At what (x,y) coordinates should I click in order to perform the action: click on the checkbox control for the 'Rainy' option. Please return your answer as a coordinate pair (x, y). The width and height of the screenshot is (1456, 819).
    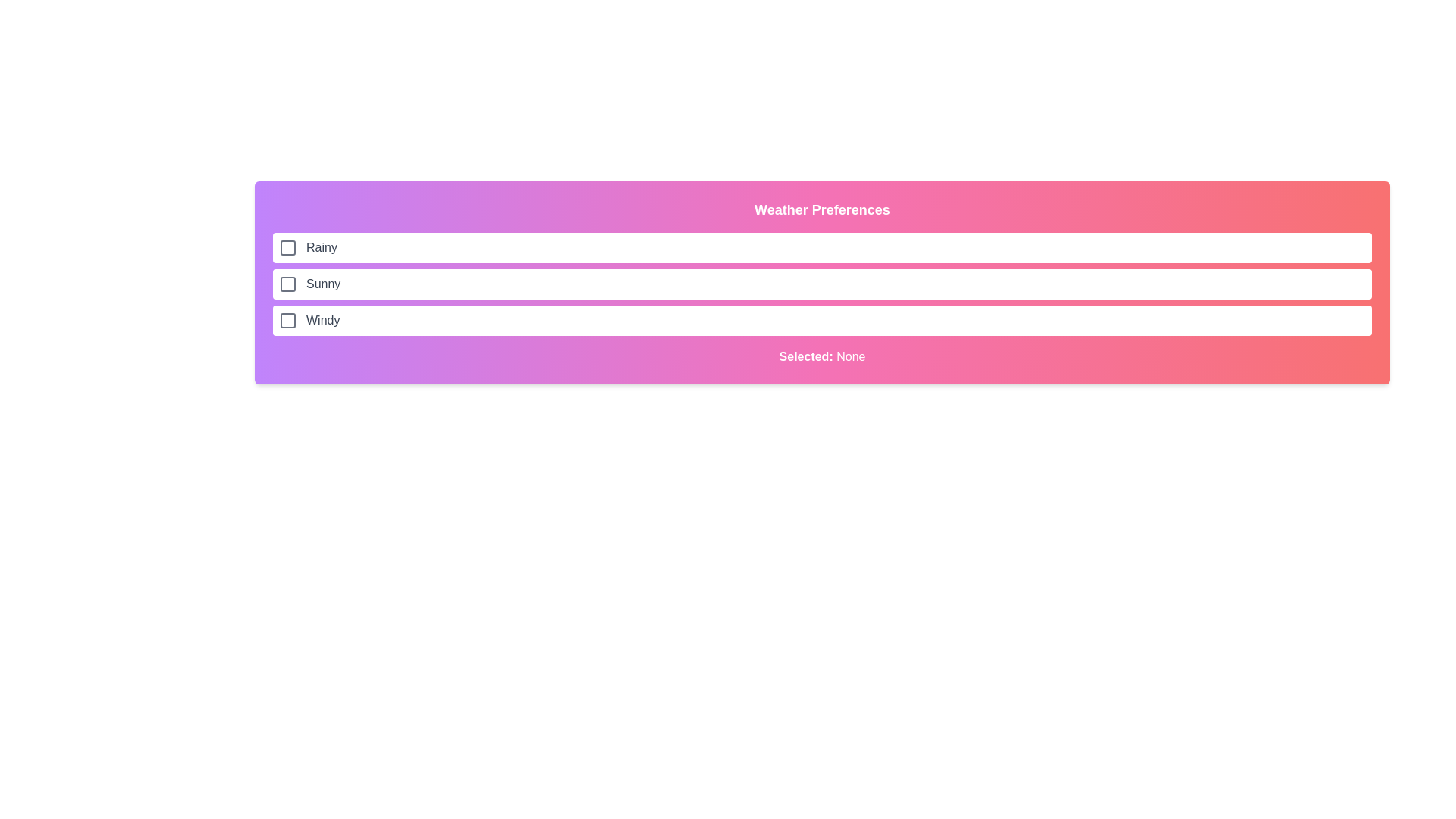
    Looking at the image, I should click on (287, 247).